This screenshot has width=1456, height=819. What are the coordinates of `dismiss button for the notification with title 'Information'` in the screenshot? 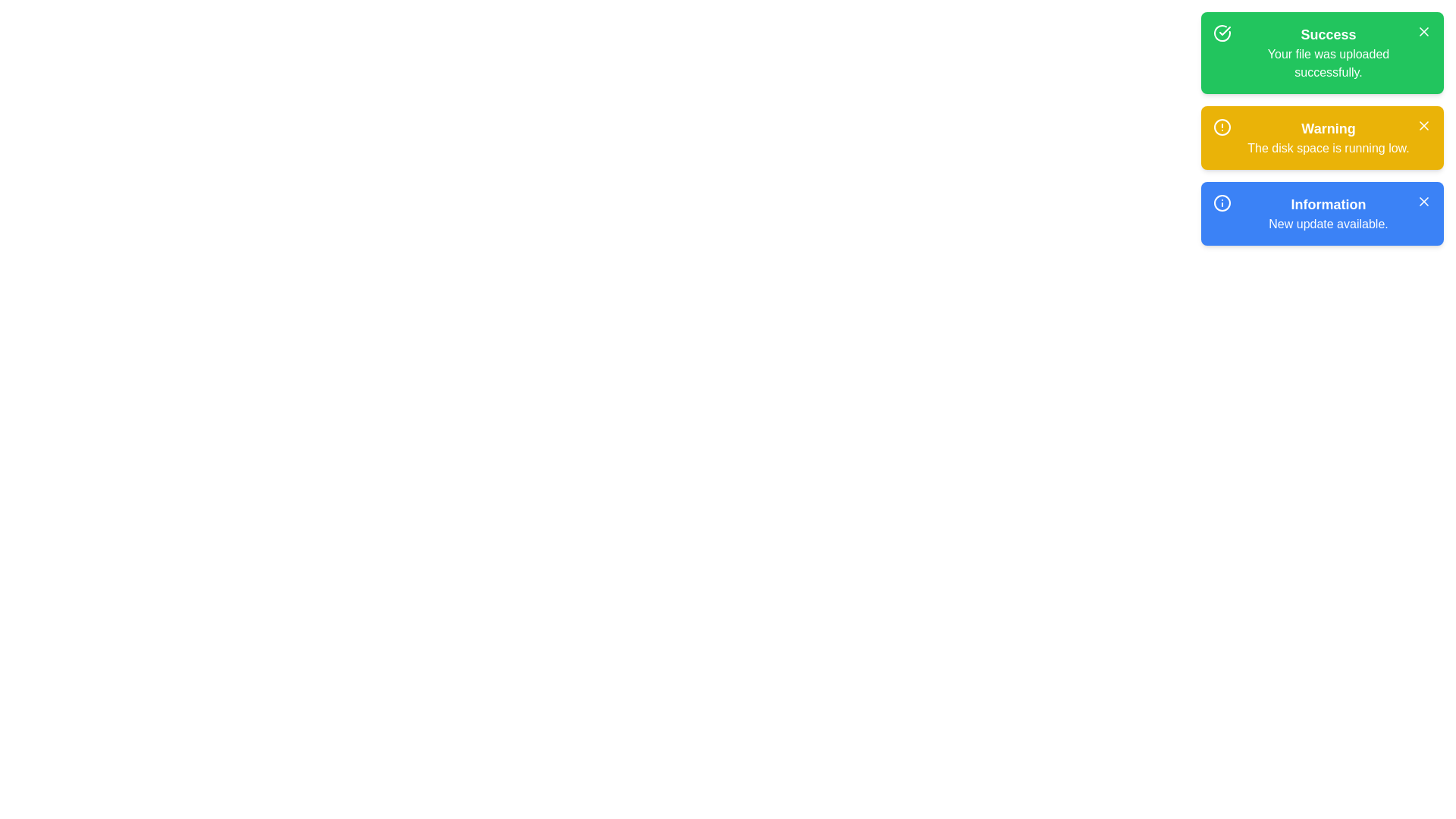 It's located at (1423, 201).